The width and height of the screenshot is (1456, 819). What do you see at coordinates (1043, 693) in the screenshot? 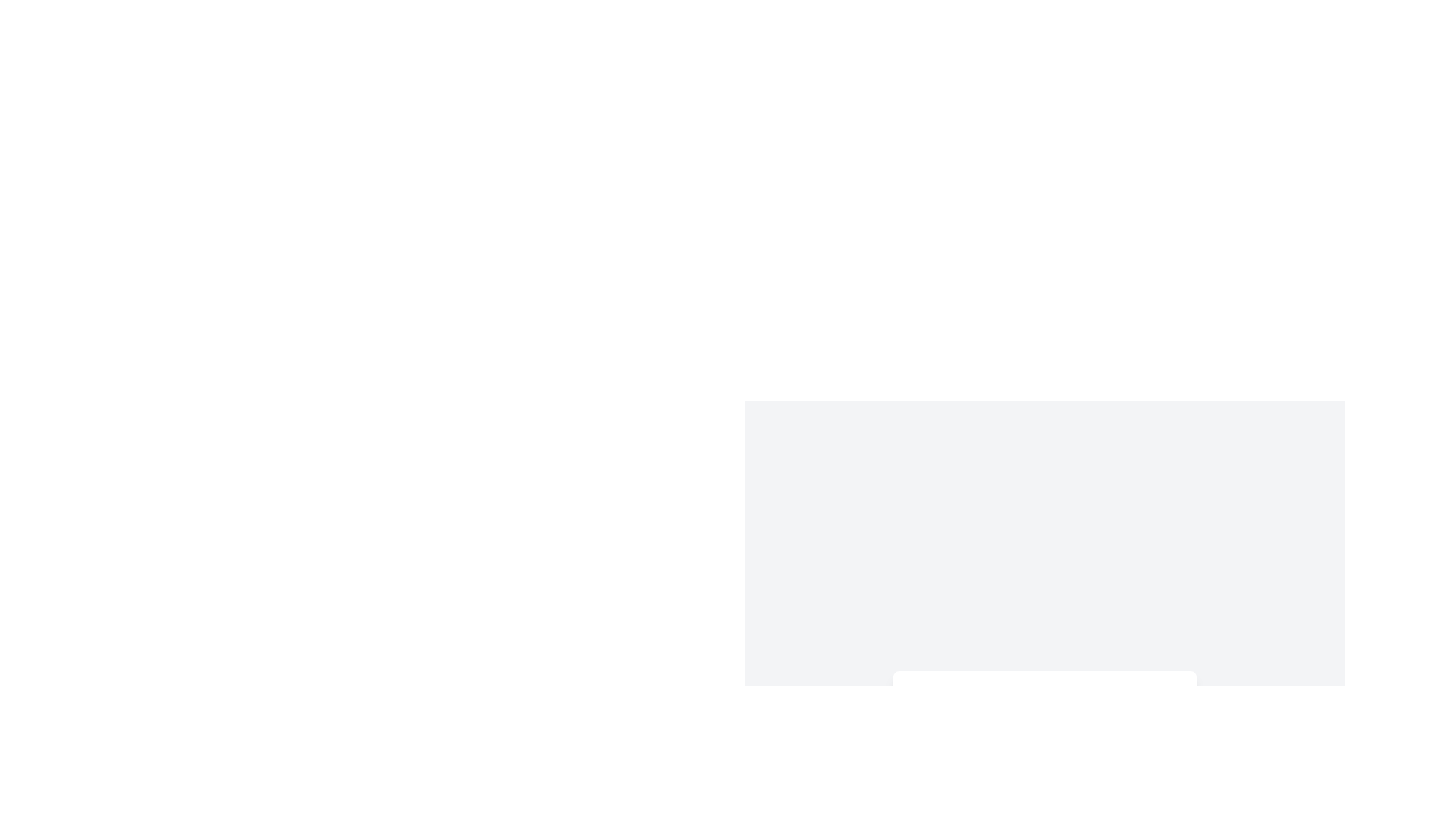
I see `the Dropdown Toggle labeled 'Select Categories' to potentially reveal a tooltip or effect` at bounding box center [1043, 693].